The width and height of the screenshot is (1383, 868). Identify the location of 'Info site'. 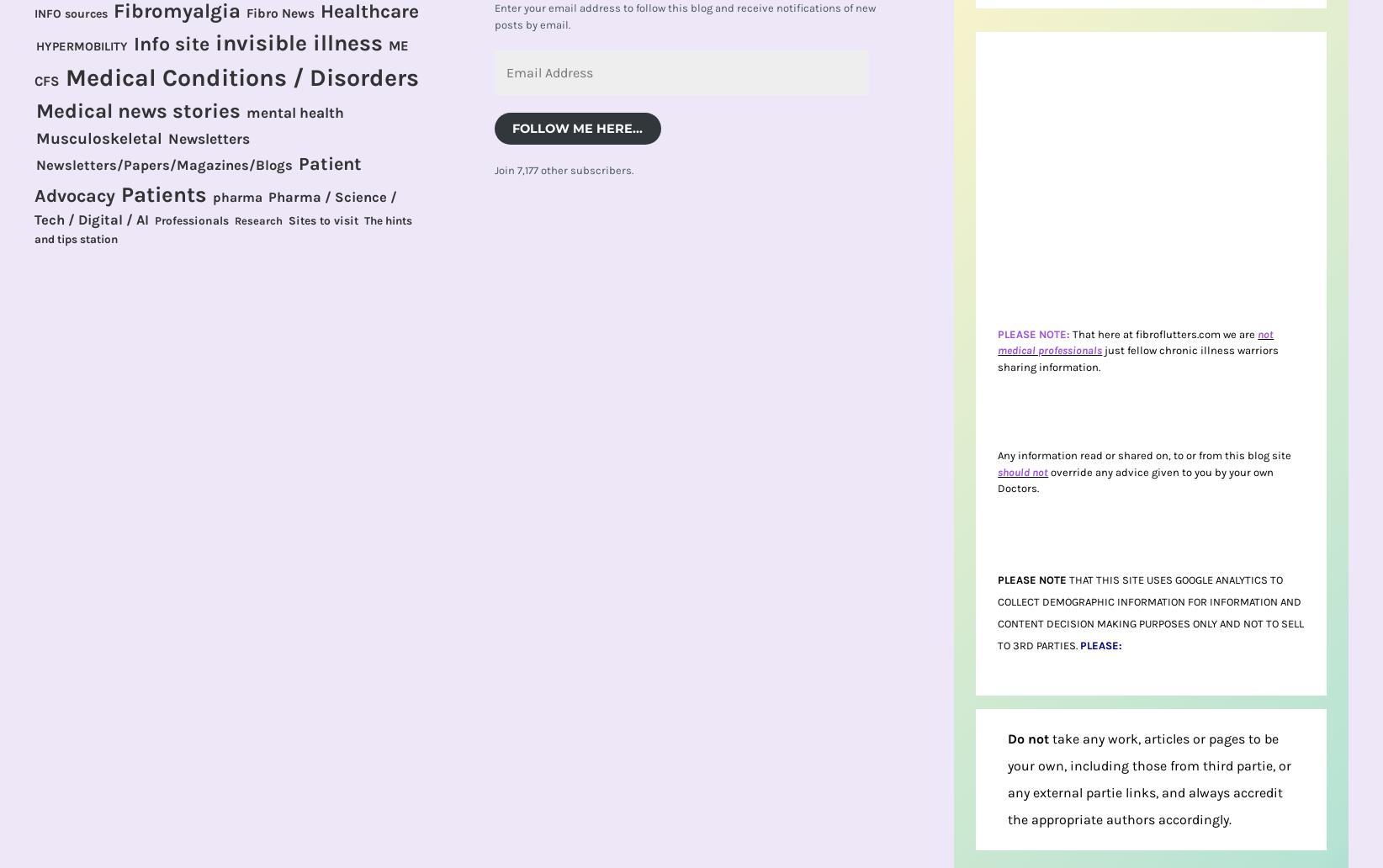
(132, 43).